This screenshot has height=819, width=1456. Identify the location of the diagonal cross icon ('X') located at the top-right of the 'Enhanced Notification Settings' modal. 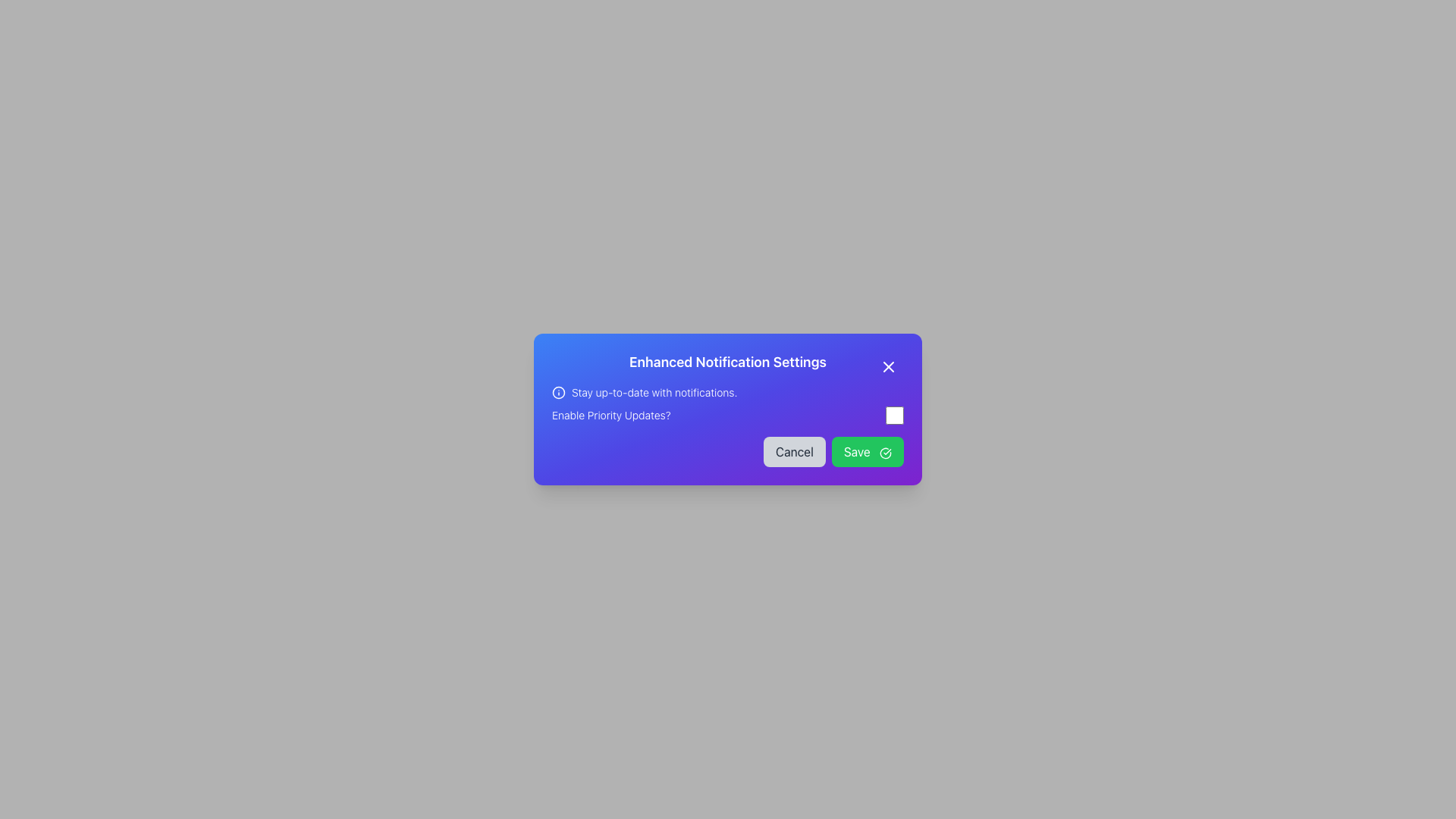
(888, 366).